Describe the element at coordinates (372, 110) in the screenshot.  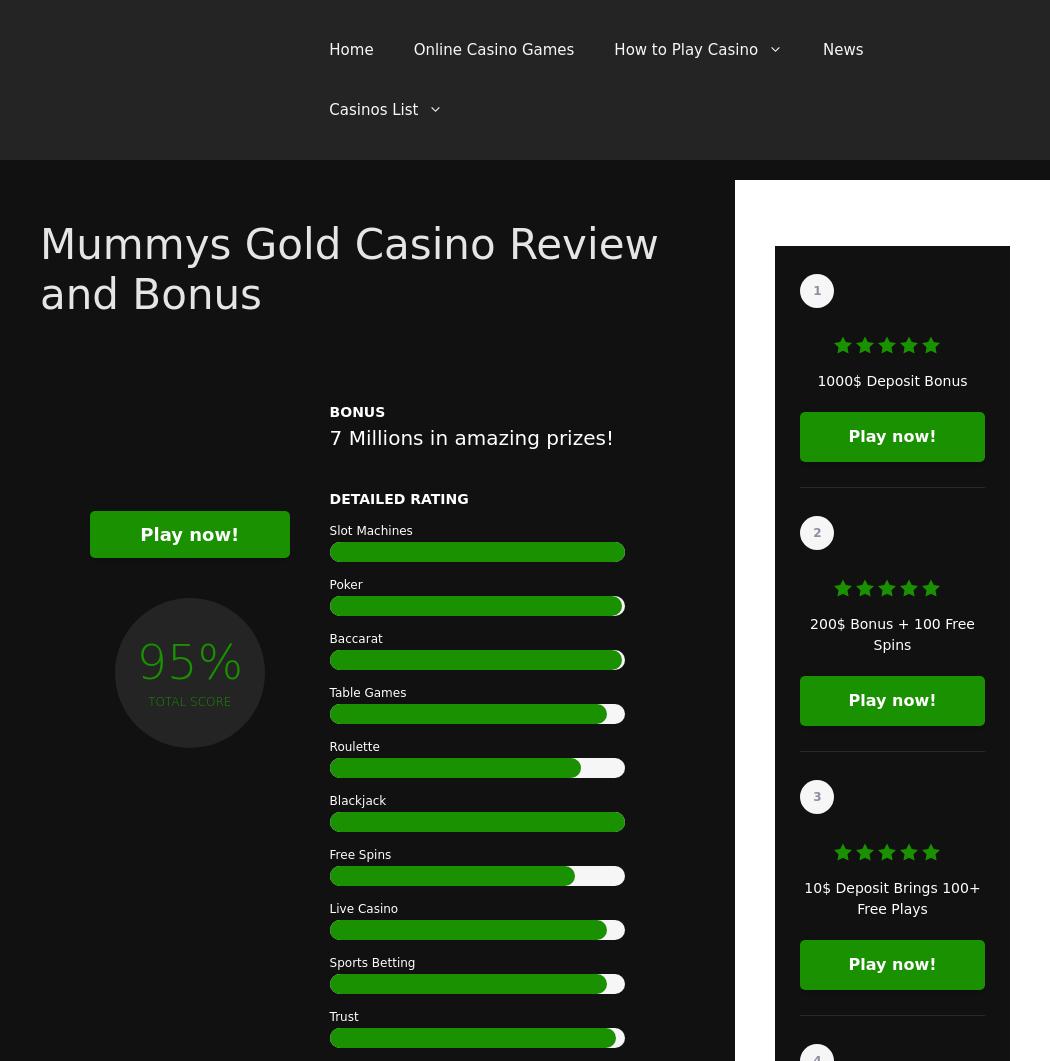
I see `'Casinos List'` at that location.